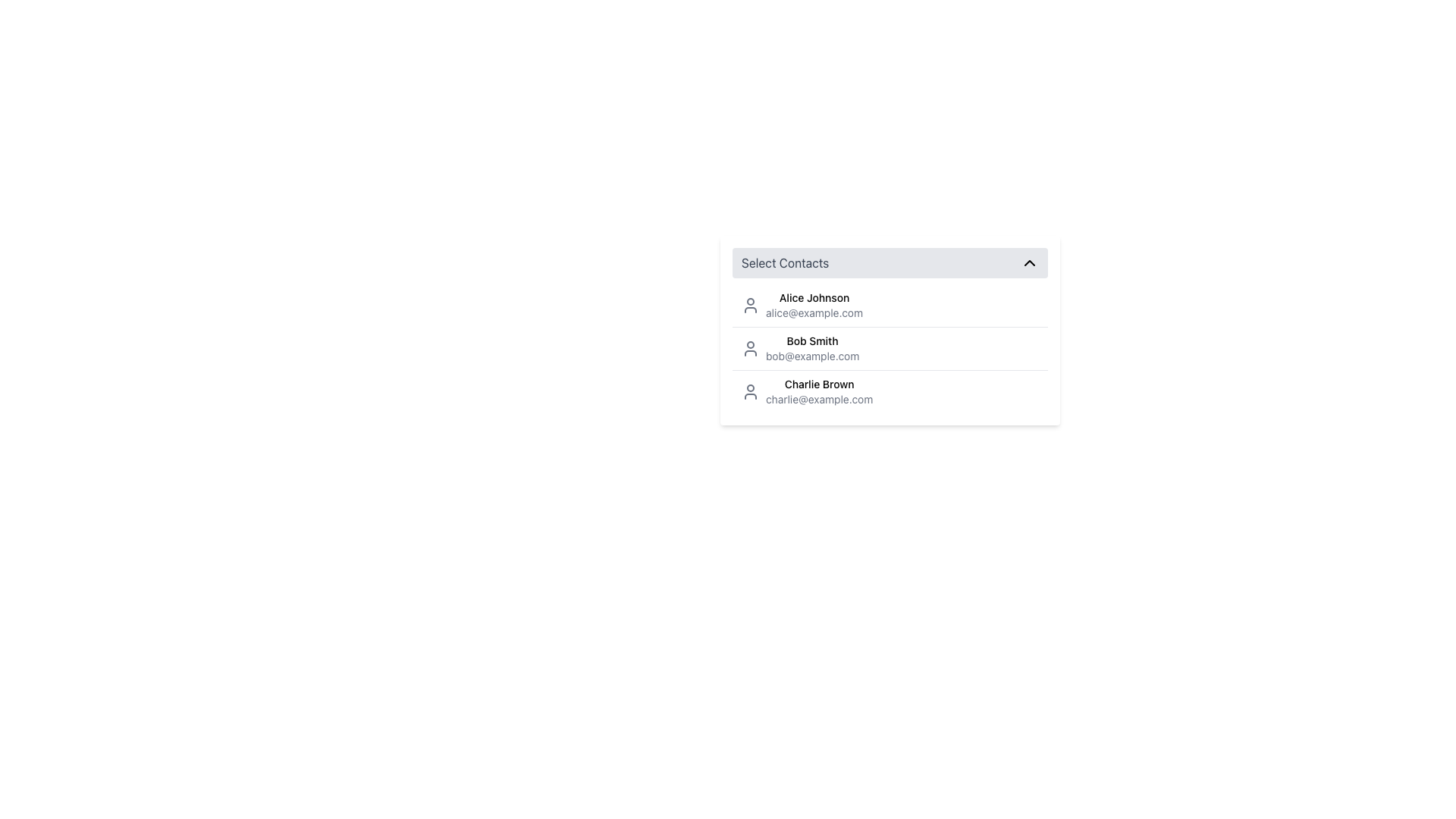 This screenshot has width=1456, height=819. What do you see at coordinates (750, 391) in the screenshot?
I see `the user avatar icon that represents the contact 'Charlie Brown', which is styled with a thin outline and is gray in color, positioned to the left of the contact's name and email` at bounding box center [750, 391].